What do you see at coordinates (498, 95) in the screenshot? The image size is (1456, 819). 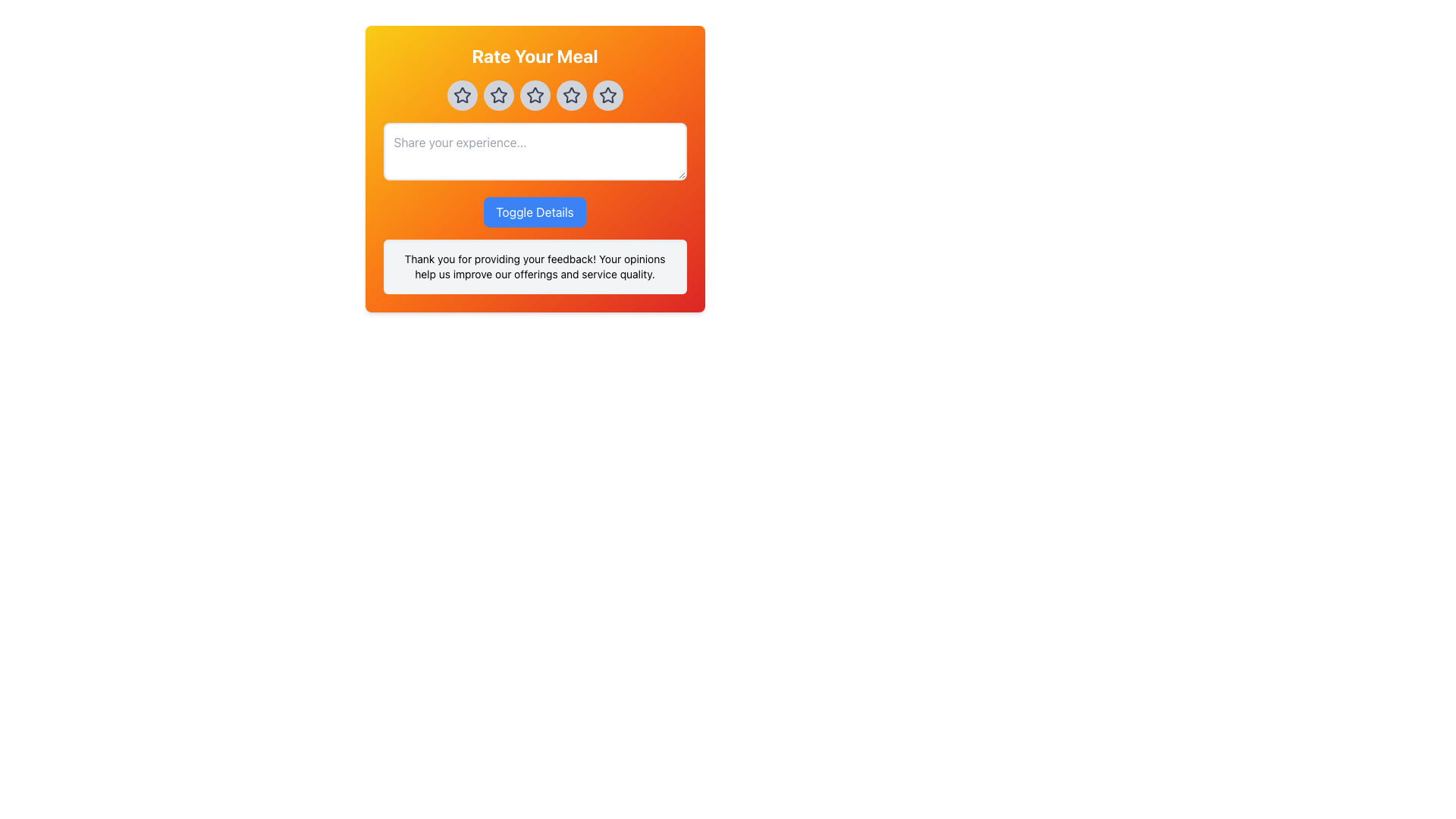 I see `the second star icon in the rating selector` at bounding box center [498, 95].